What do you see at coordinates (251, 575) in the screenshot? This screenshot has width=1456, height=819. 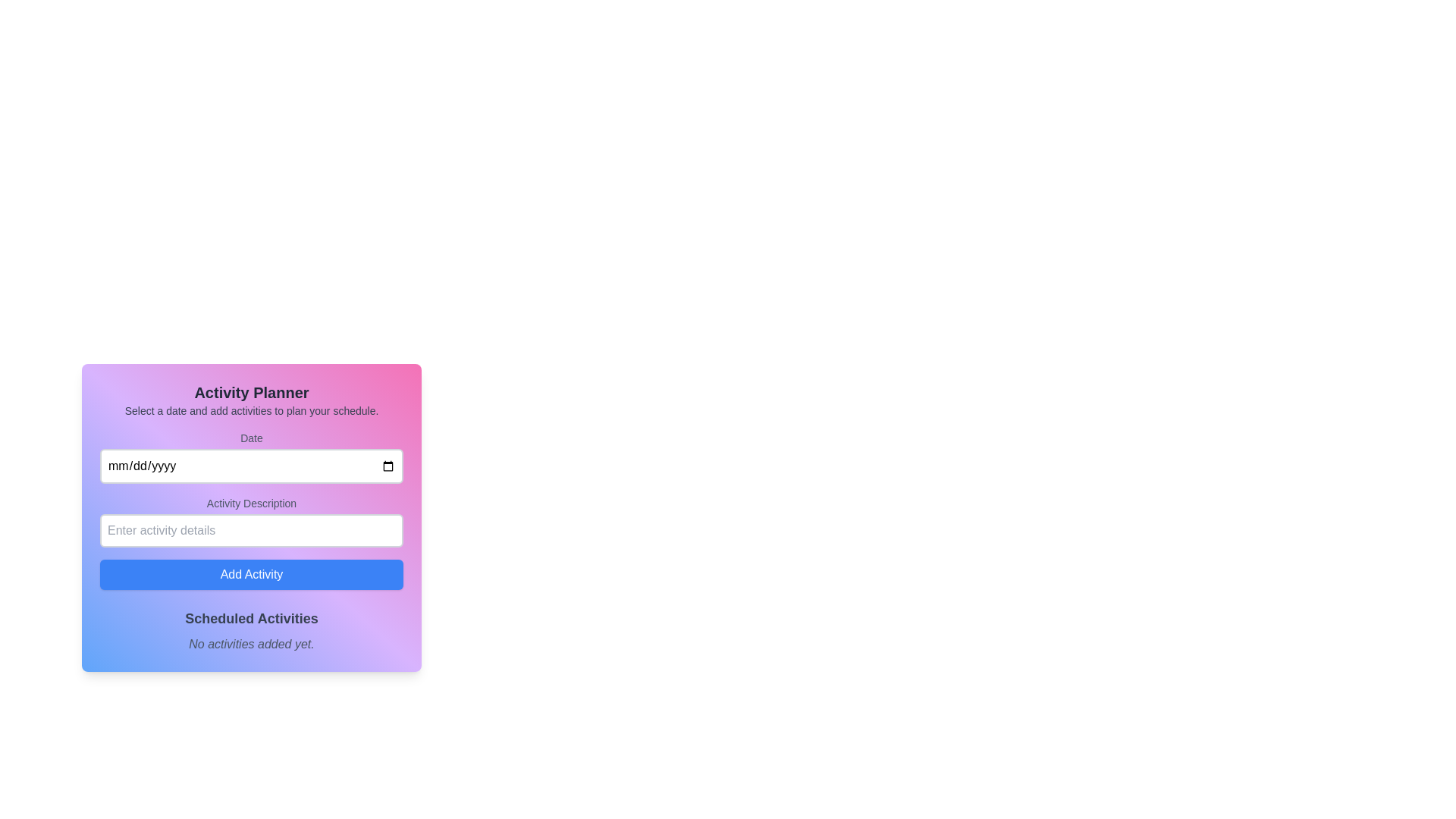 I see `the button that triggers the addition of a new activity entry, located centrally below the input fields labeled 'Date' and 'Activity Description'` at bounding box center [251, 575].